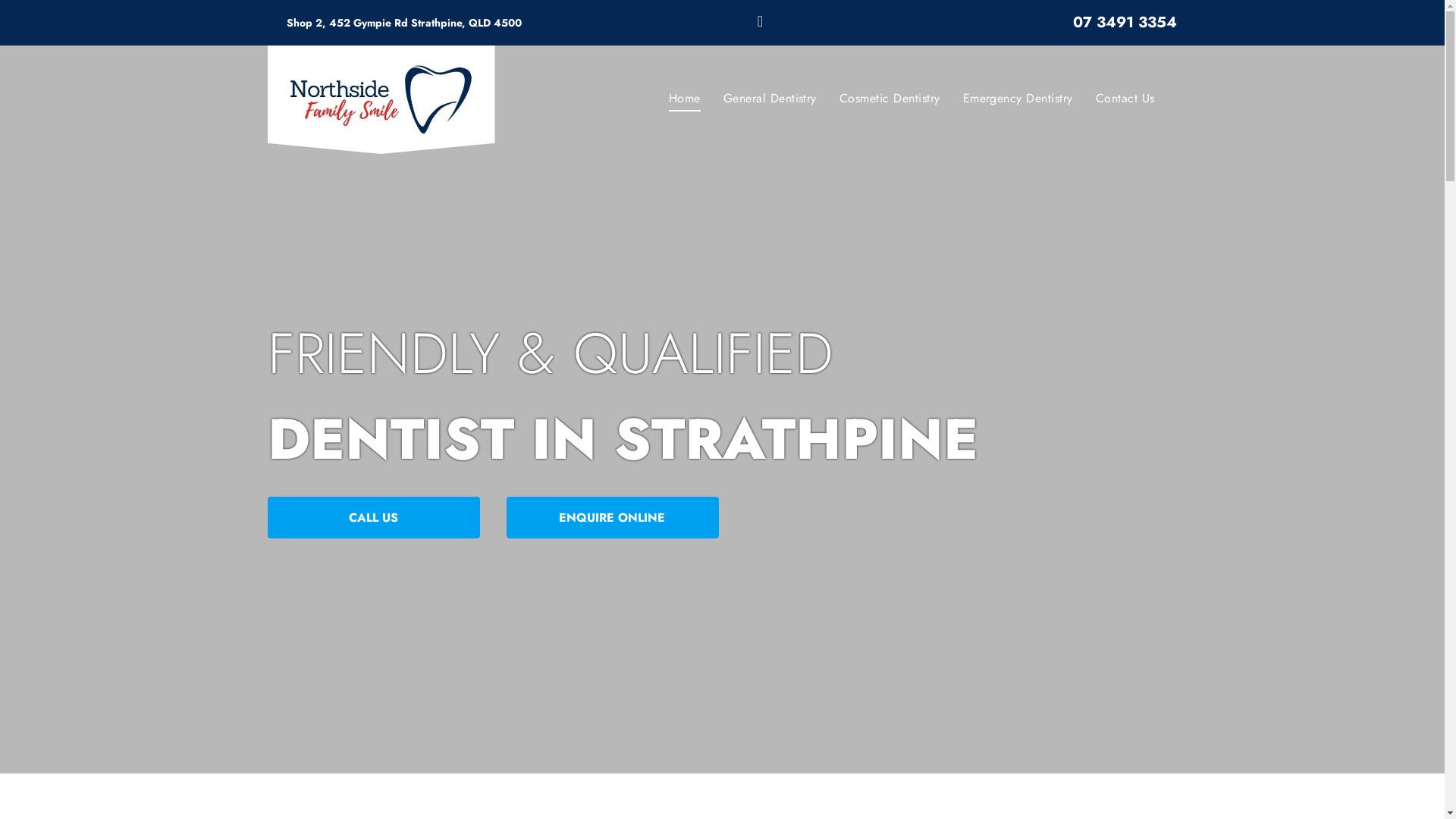  Describe the element at coordinates (1125, 22) in the screenshot. I see `'07 3491 3354'` at that location.